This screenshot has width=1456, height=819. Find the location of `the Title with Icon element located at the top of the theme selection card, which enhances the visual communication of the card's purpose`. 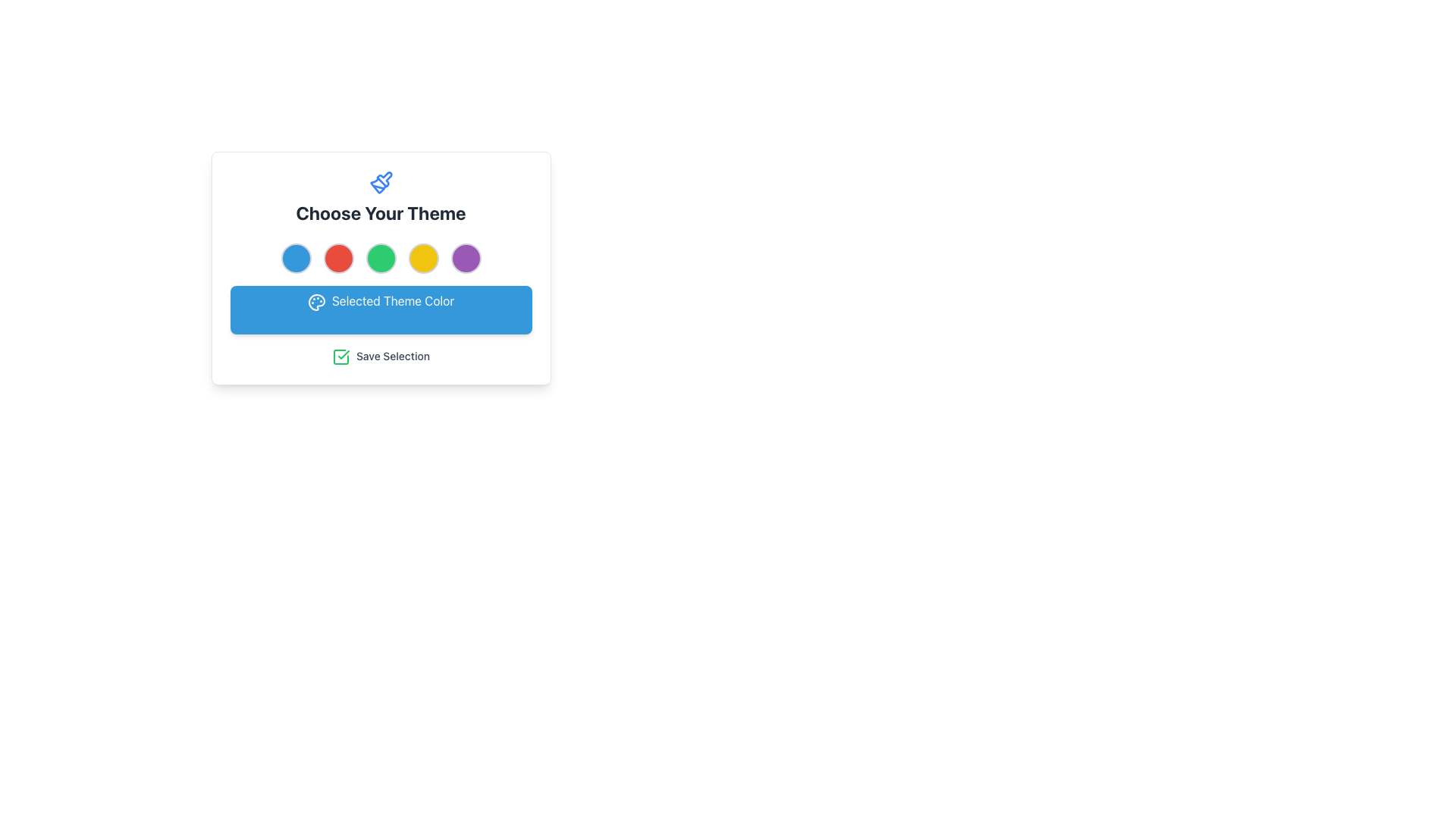

the Title with Icon element located at the top of the theme selection card, which enhances the visual communication of the card's purpose is located at coordinates (381, 197).